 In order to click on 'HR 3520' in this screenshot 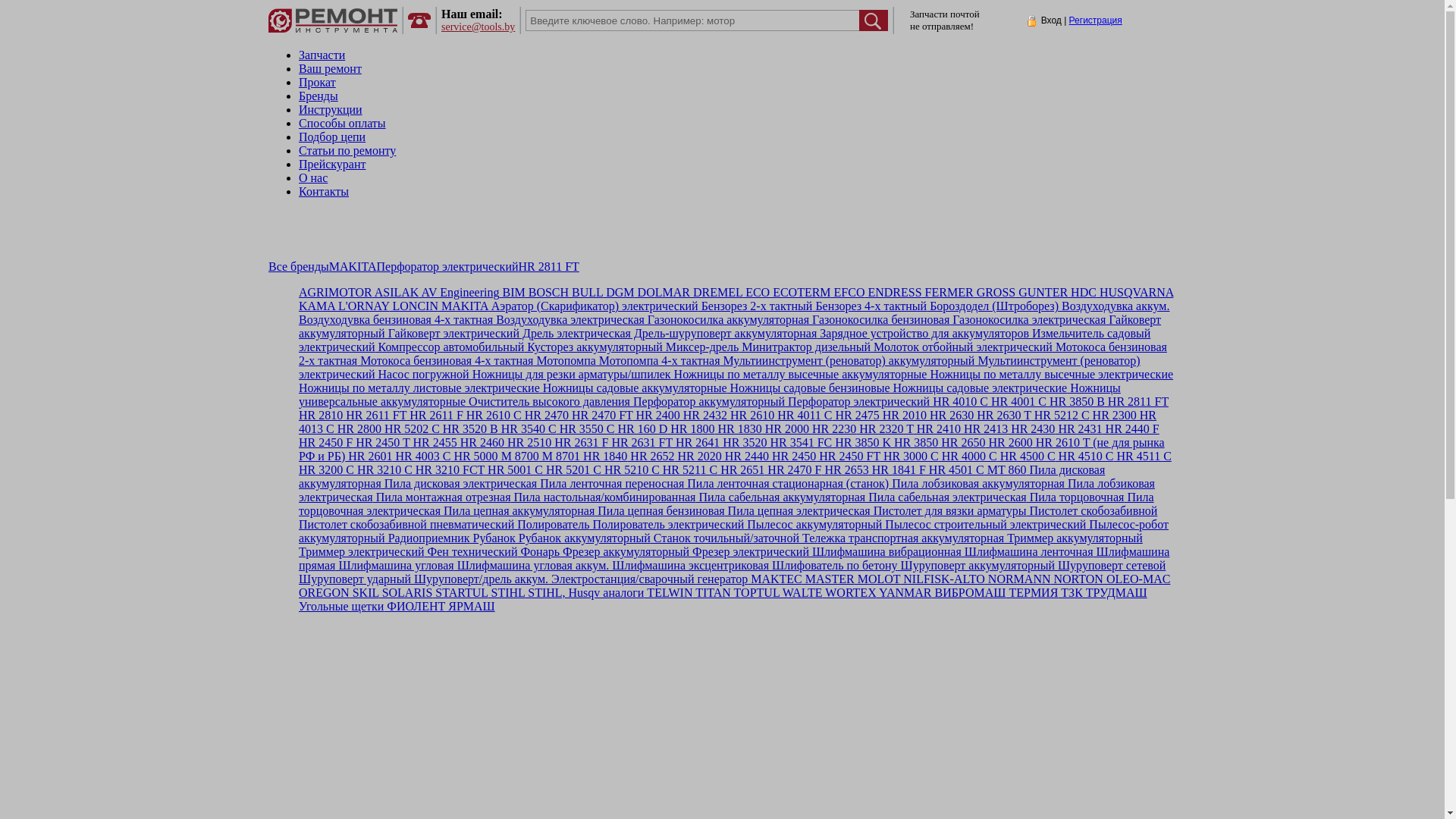, I will do `click(742, 442)`.